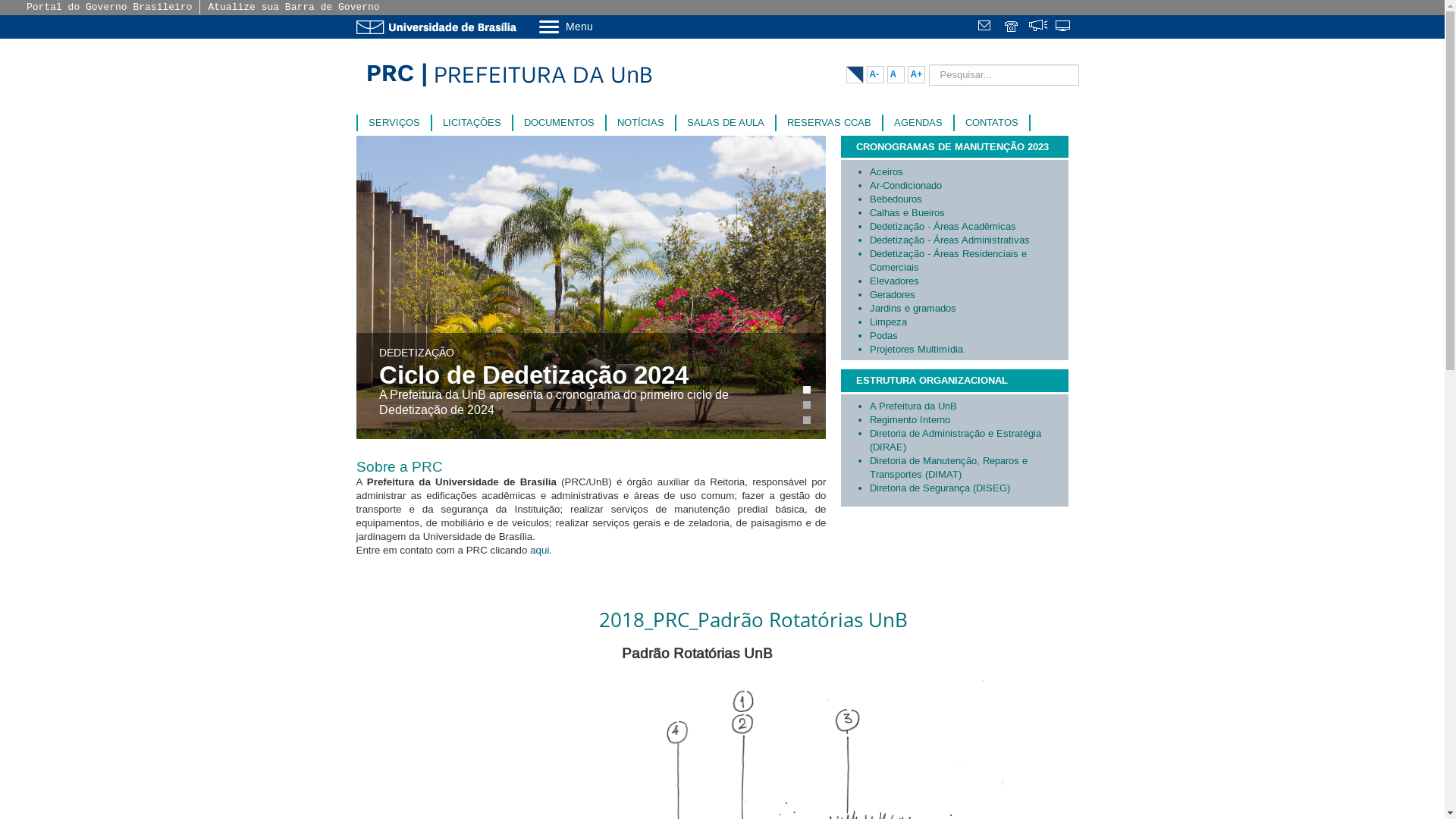  I want to click on 'A Prefeitura da UnB', so click(870, 406).